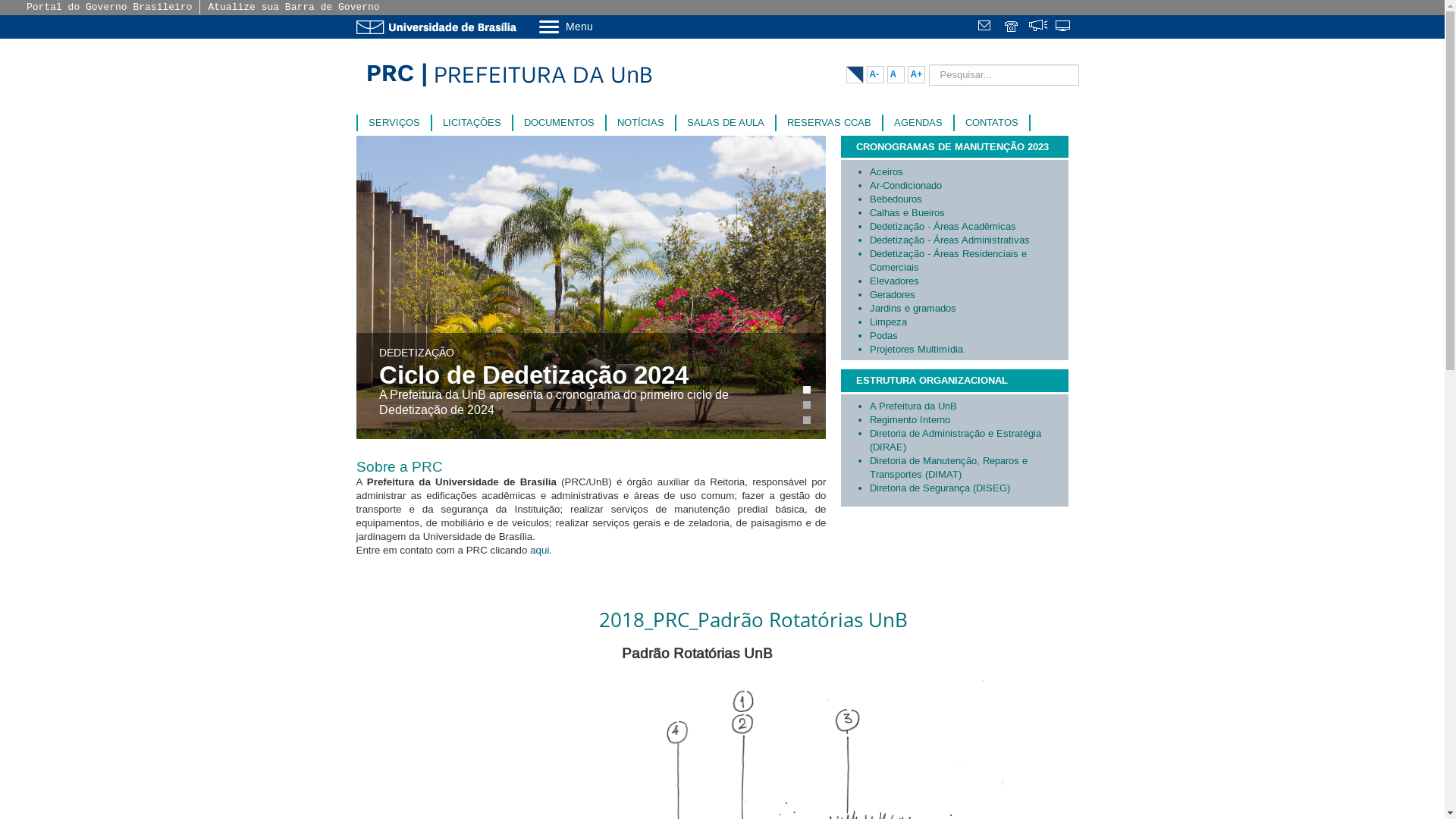  I want to click on 'A Prefeitura da UnB', so click(870, 406).